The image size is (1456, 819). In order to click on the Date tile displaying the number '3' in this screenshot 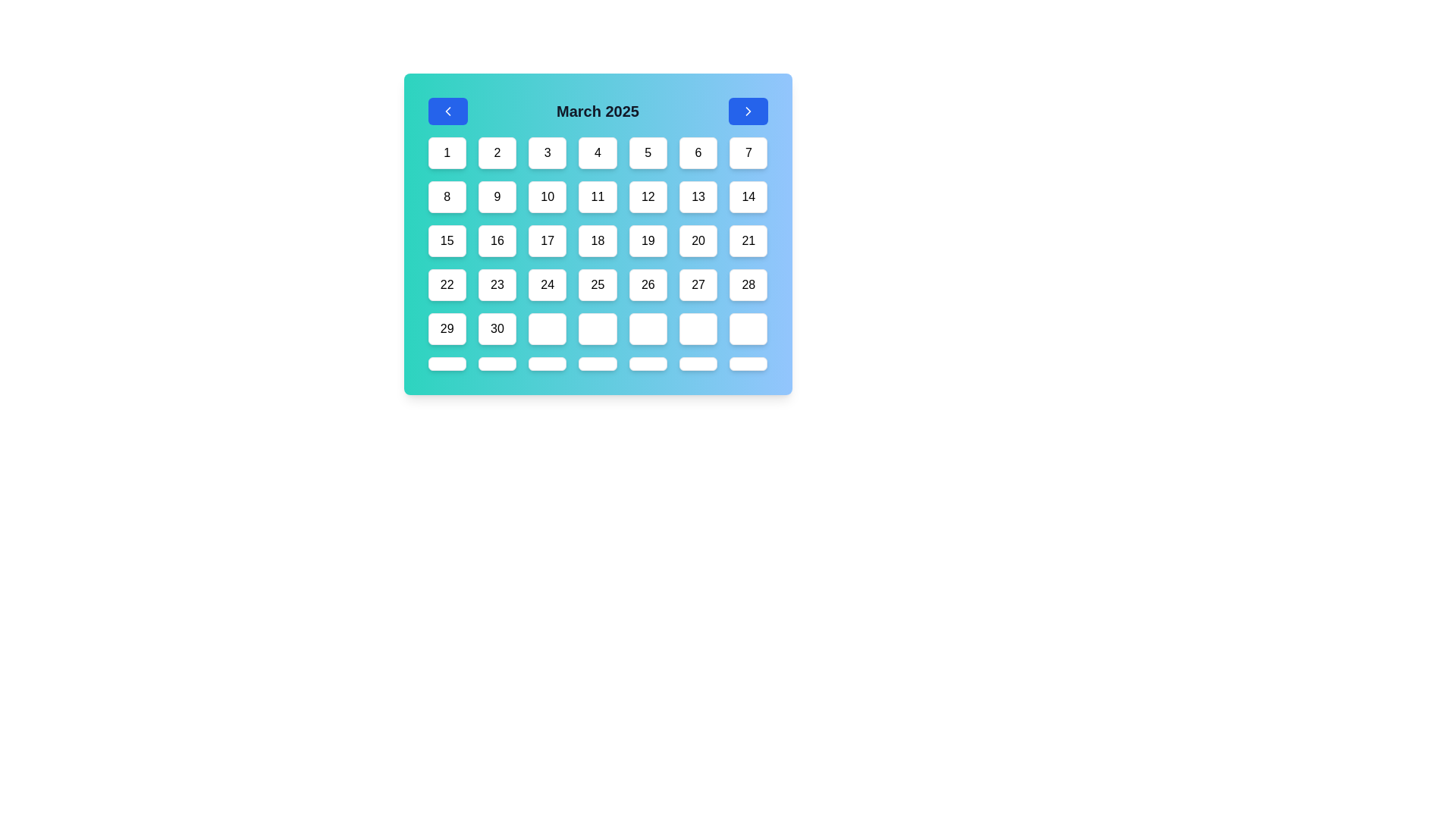, I will do `click(547, 152)`.